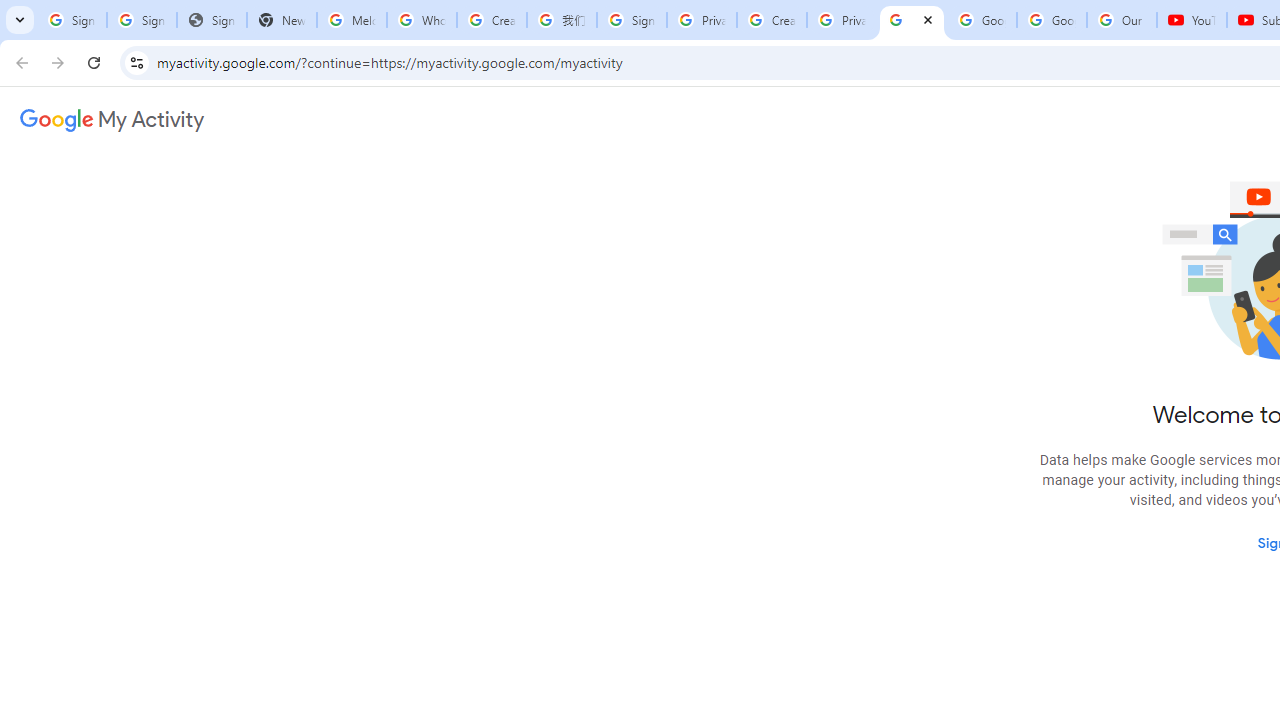  Describe the element at coordinates (630, 20) in the screenshot. I see `'Sign in - Google Accounts'` at that location.